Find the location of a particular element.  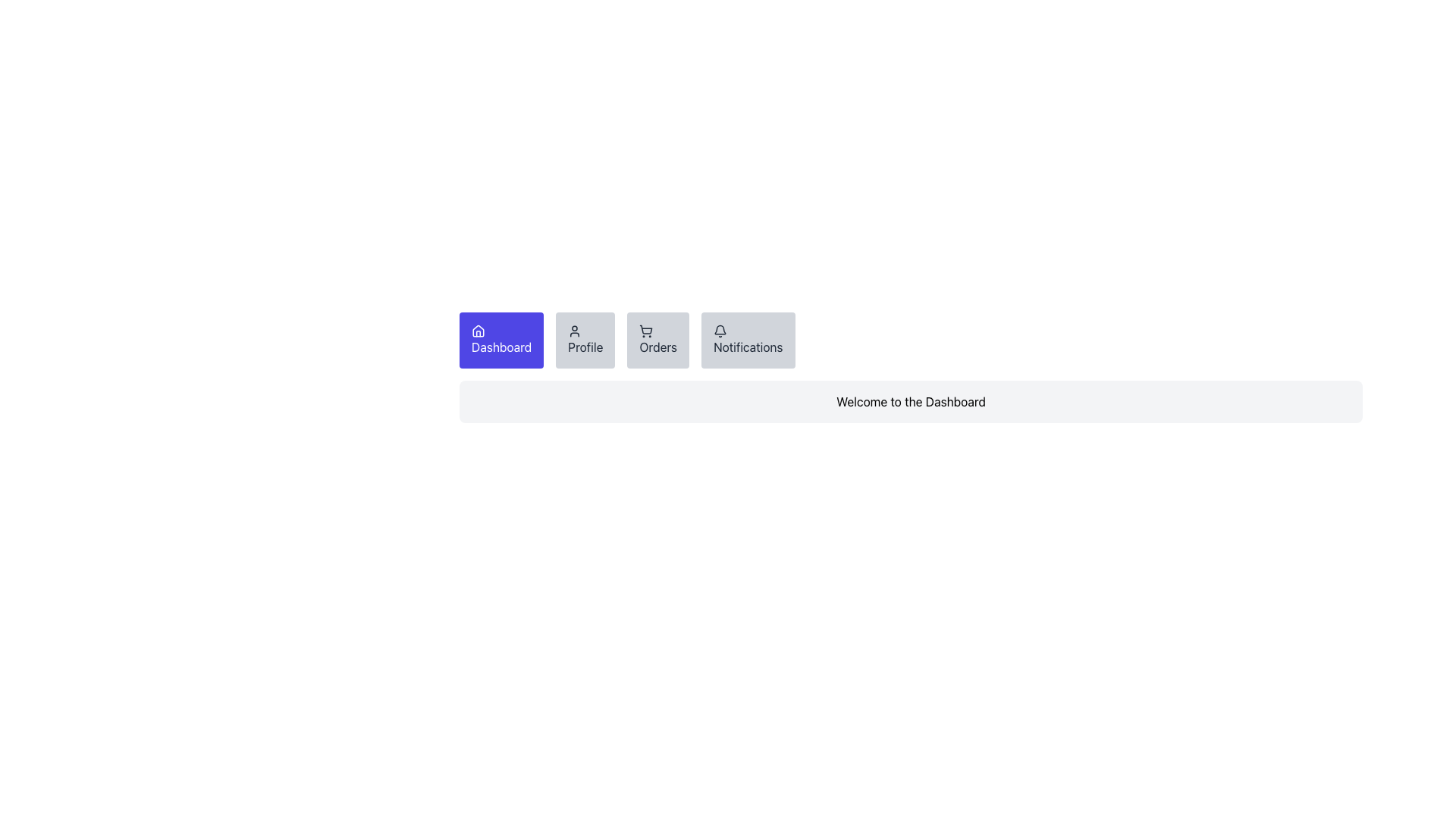

the text block displaying 'Welcome to the Dashboard', which has a light gray background and is located below the tab-like buttons for Dashboard, Profile, Orders, and Notifications is located at coordinates (910, 400).